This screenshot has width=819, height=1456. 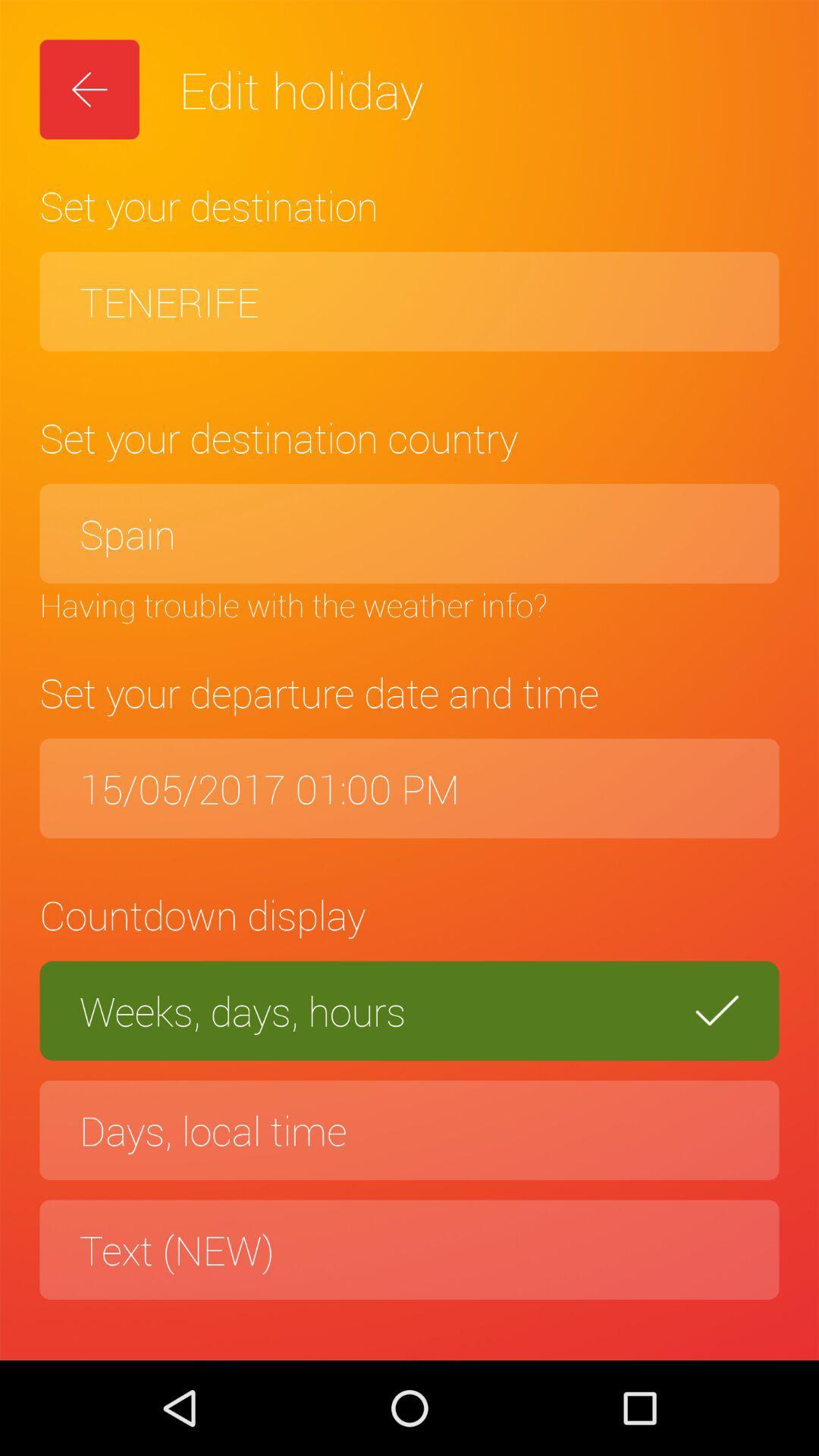 What do you see at coordinates (89, 89) in the screenshot?
I see `the arrow_backward icon` at bounding box center [89, 89].